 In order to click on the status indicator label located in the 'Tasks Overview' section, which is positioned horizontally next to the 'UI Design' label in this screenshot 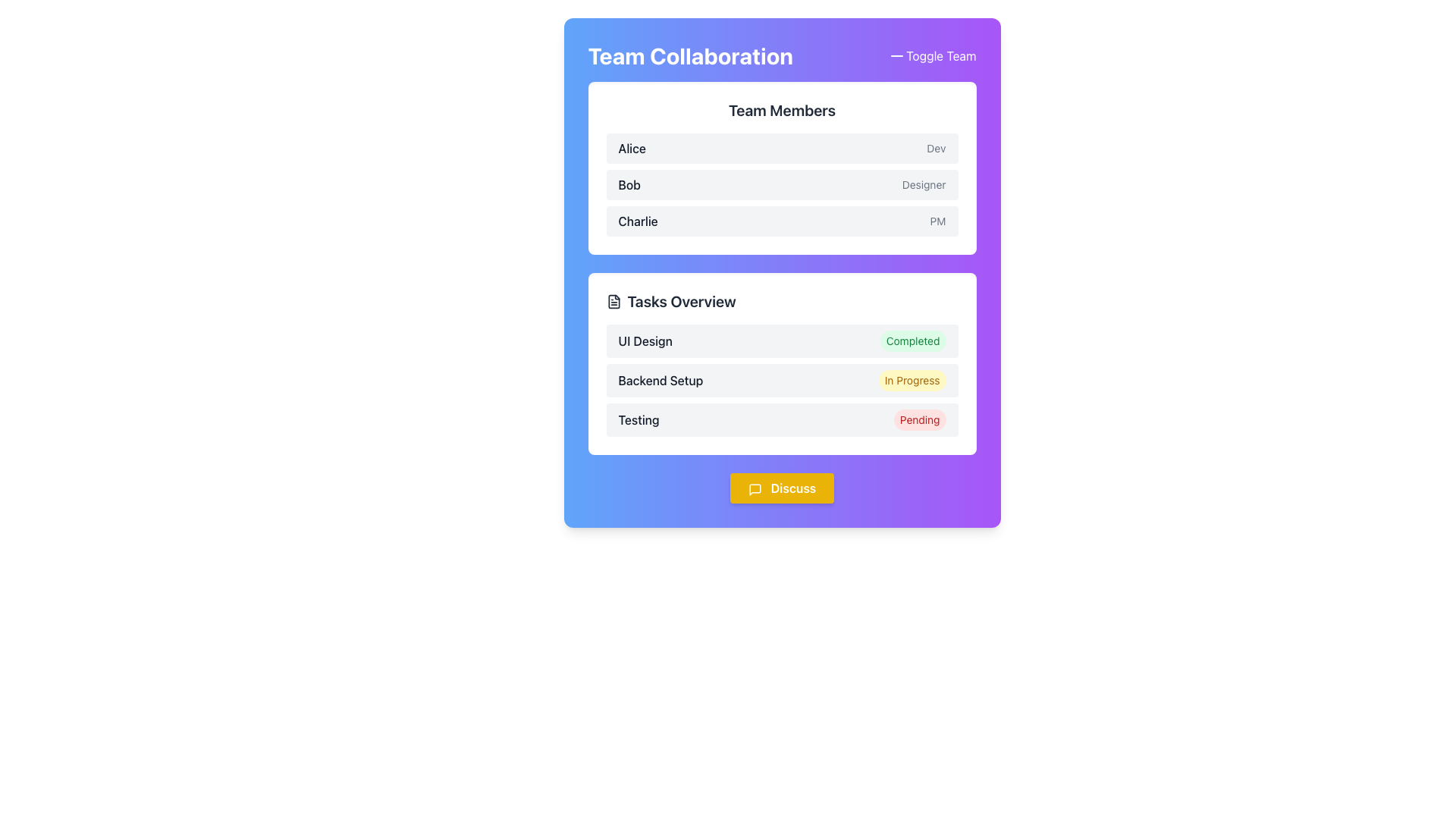, I will do `click(912, 341)`.